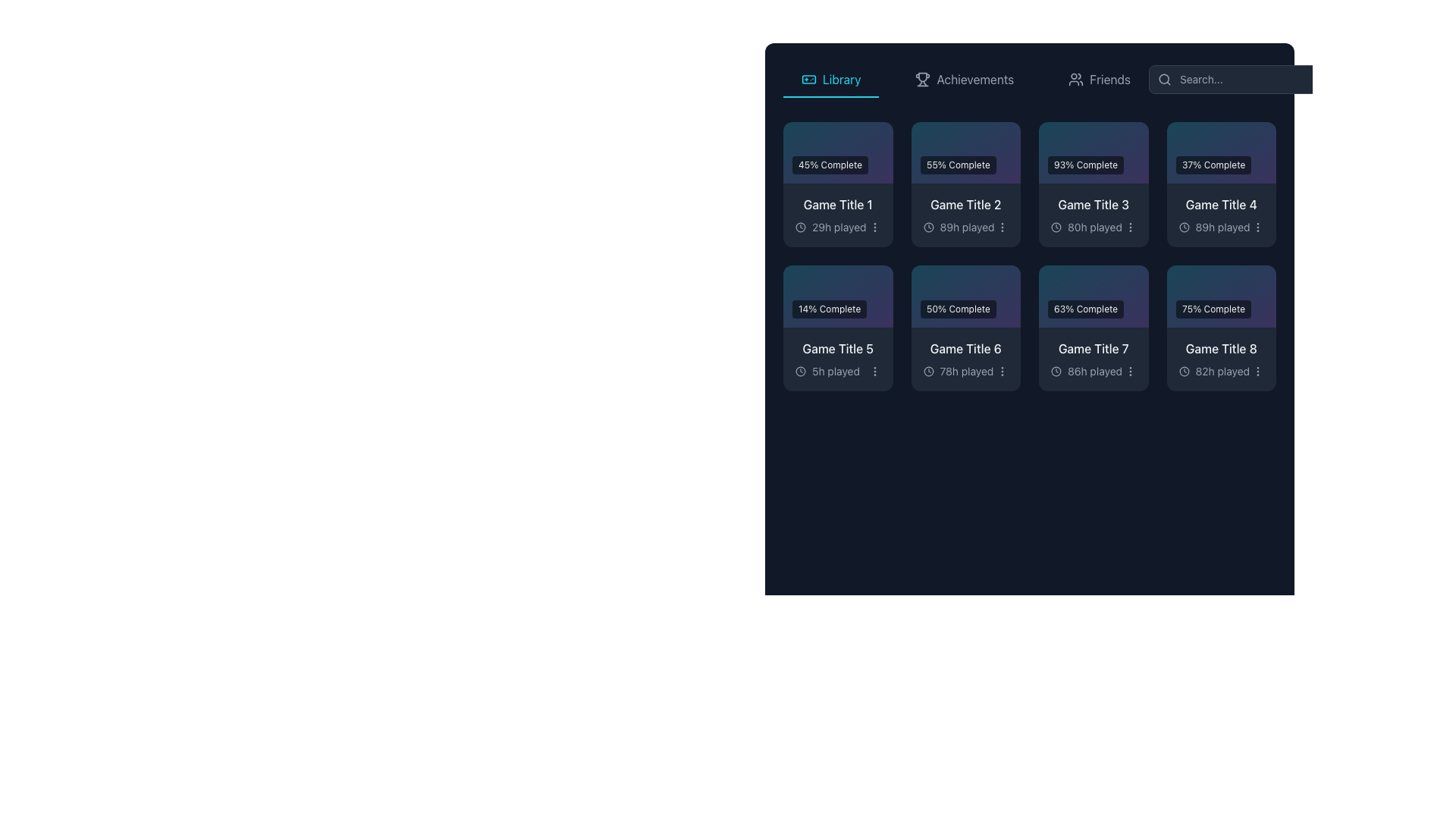 The height and width of the screenshot is (819, 1456). Describe the element at coordinates (1221, 371) in the screenshot. I see `the text with icon indicating total hours played for 'Game Title 8', located under the game's title within its card layout` at that location.